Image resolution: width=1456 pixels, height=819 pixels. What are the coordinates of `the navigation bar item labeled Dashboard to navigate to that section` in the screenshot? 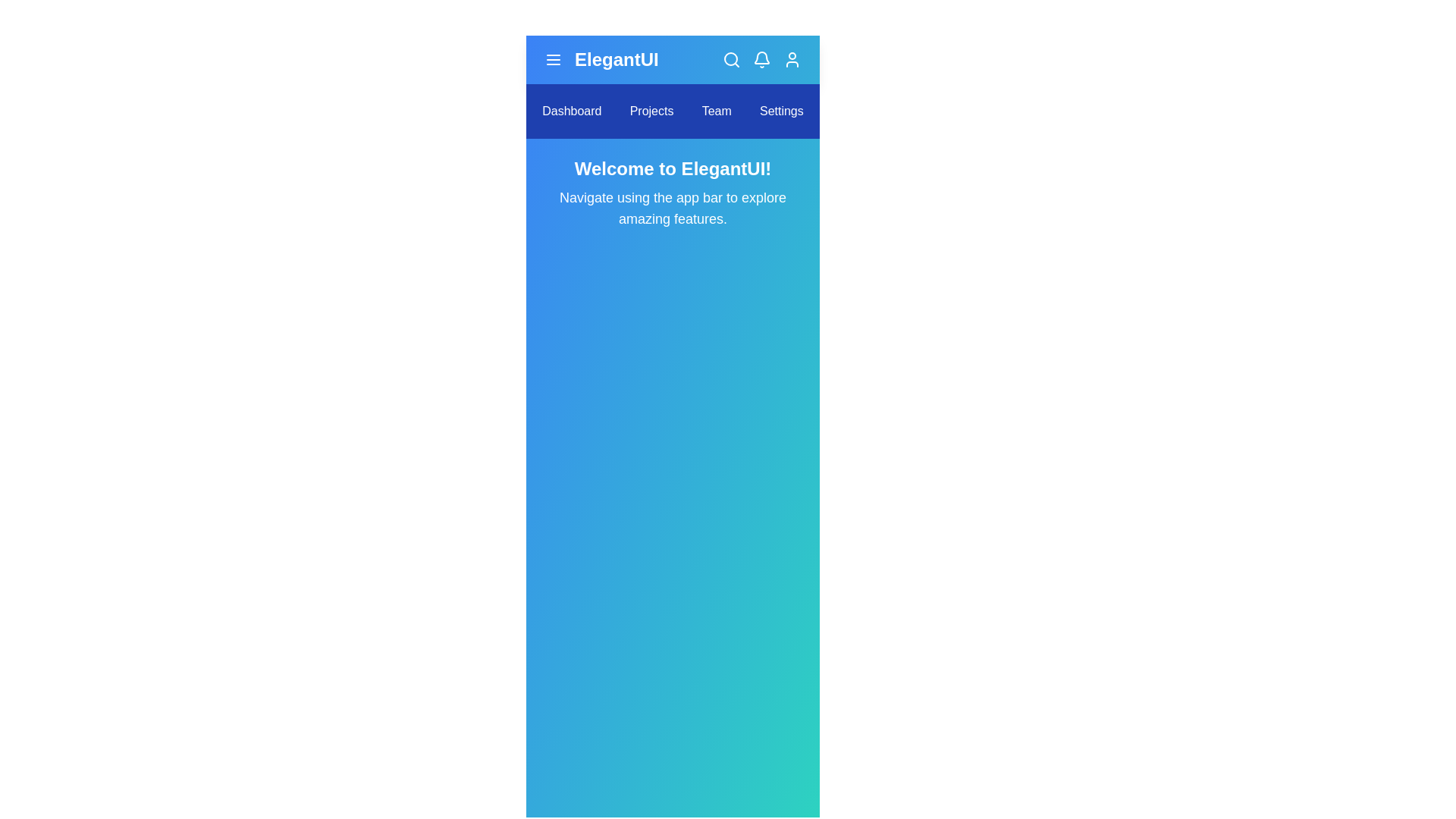 It's located at (570, 110).